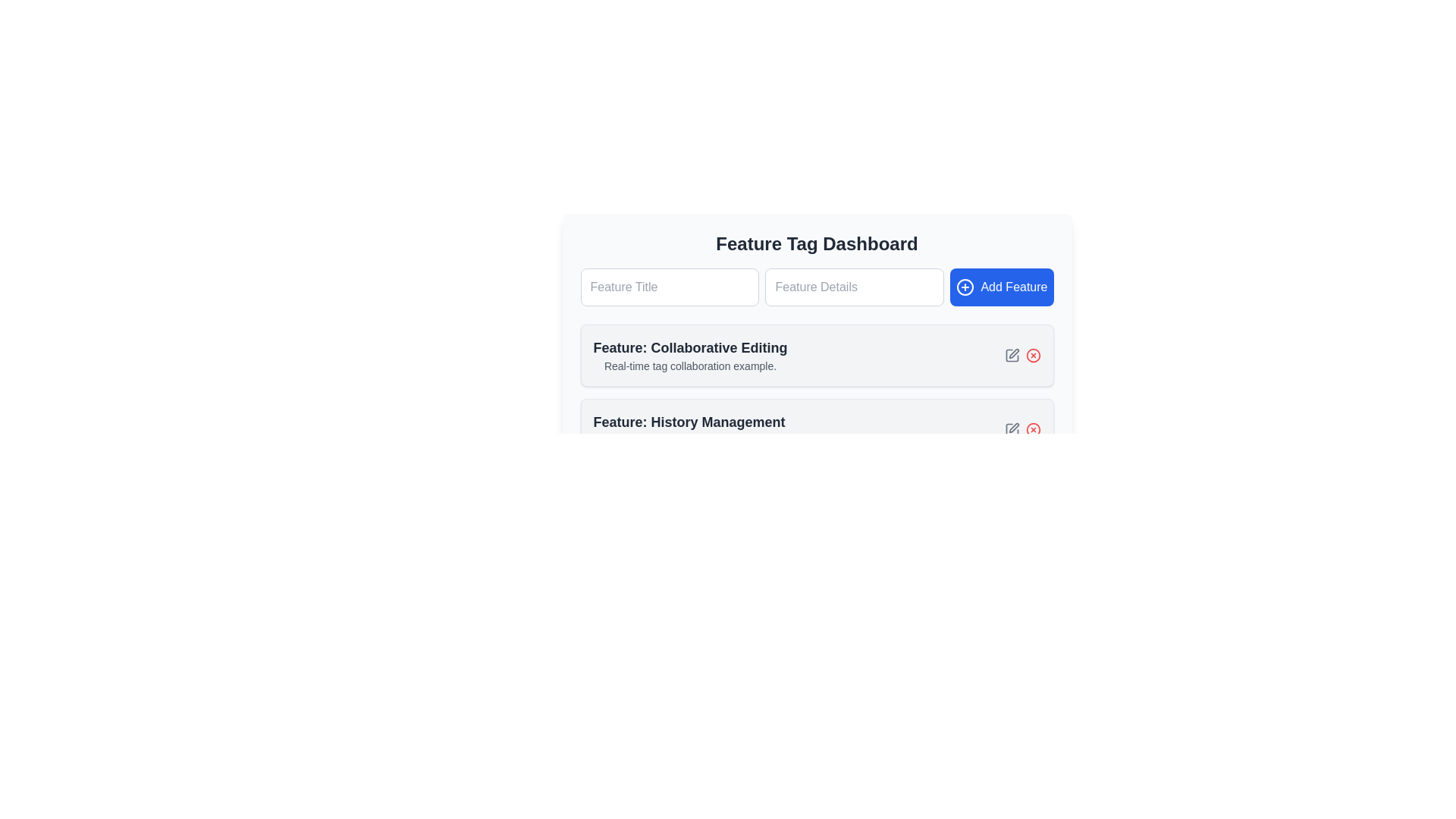 The image size is (1456, 819). Describe the element at coordinates (1032, 430) in the screenshot. I see `the delete button located in the bottom-right corner of the second row of the list` at that location.